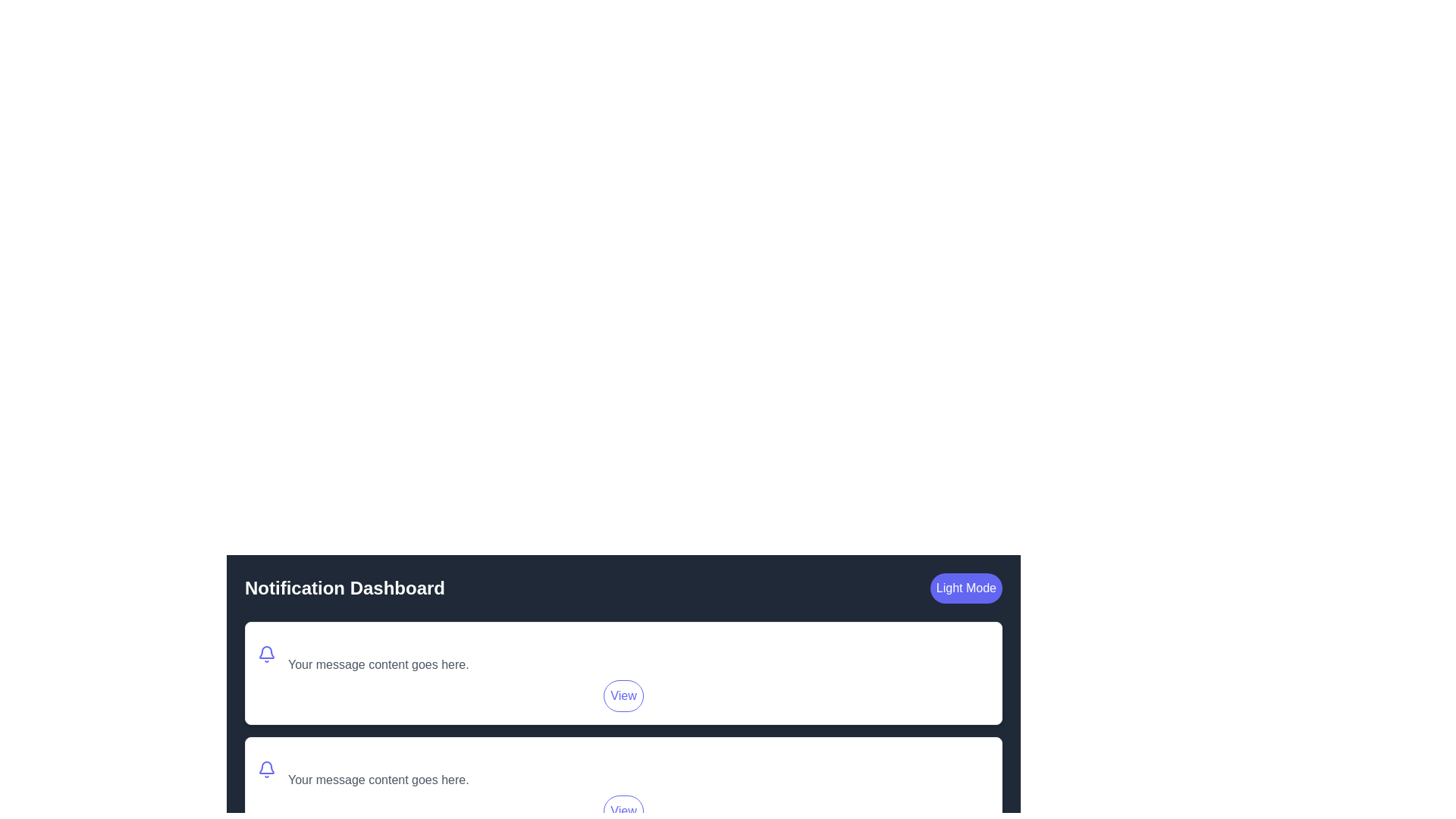 The image size is (1456, 819). I want to click on the bell icon located at the top-left corner of the notification card, so click(266, 769).